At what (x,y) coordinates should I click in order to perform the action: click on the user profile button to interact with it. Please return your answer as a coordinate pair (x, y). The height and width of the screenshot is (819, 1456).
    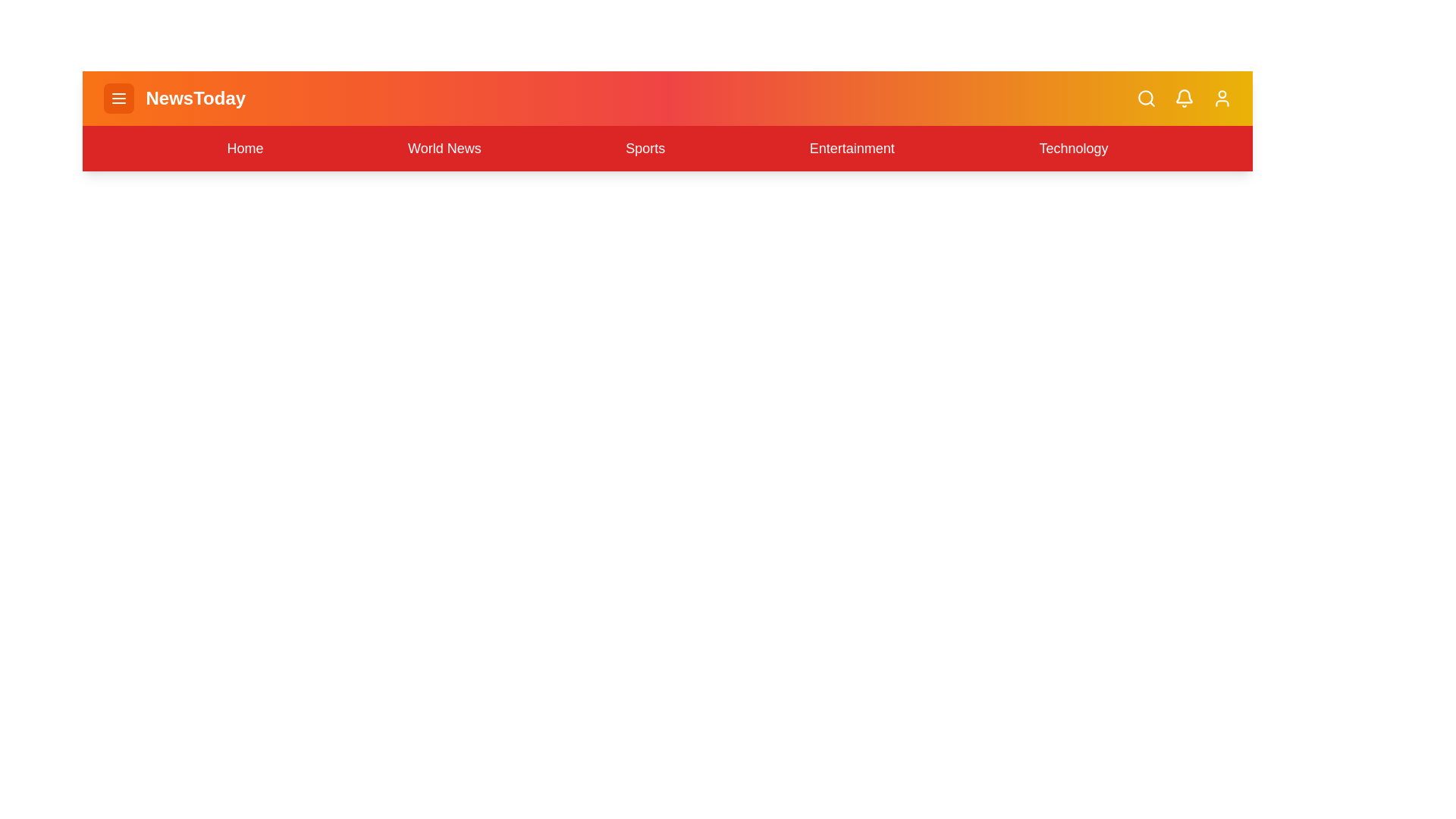
    Looking at the image, I should click on (1222, 99).